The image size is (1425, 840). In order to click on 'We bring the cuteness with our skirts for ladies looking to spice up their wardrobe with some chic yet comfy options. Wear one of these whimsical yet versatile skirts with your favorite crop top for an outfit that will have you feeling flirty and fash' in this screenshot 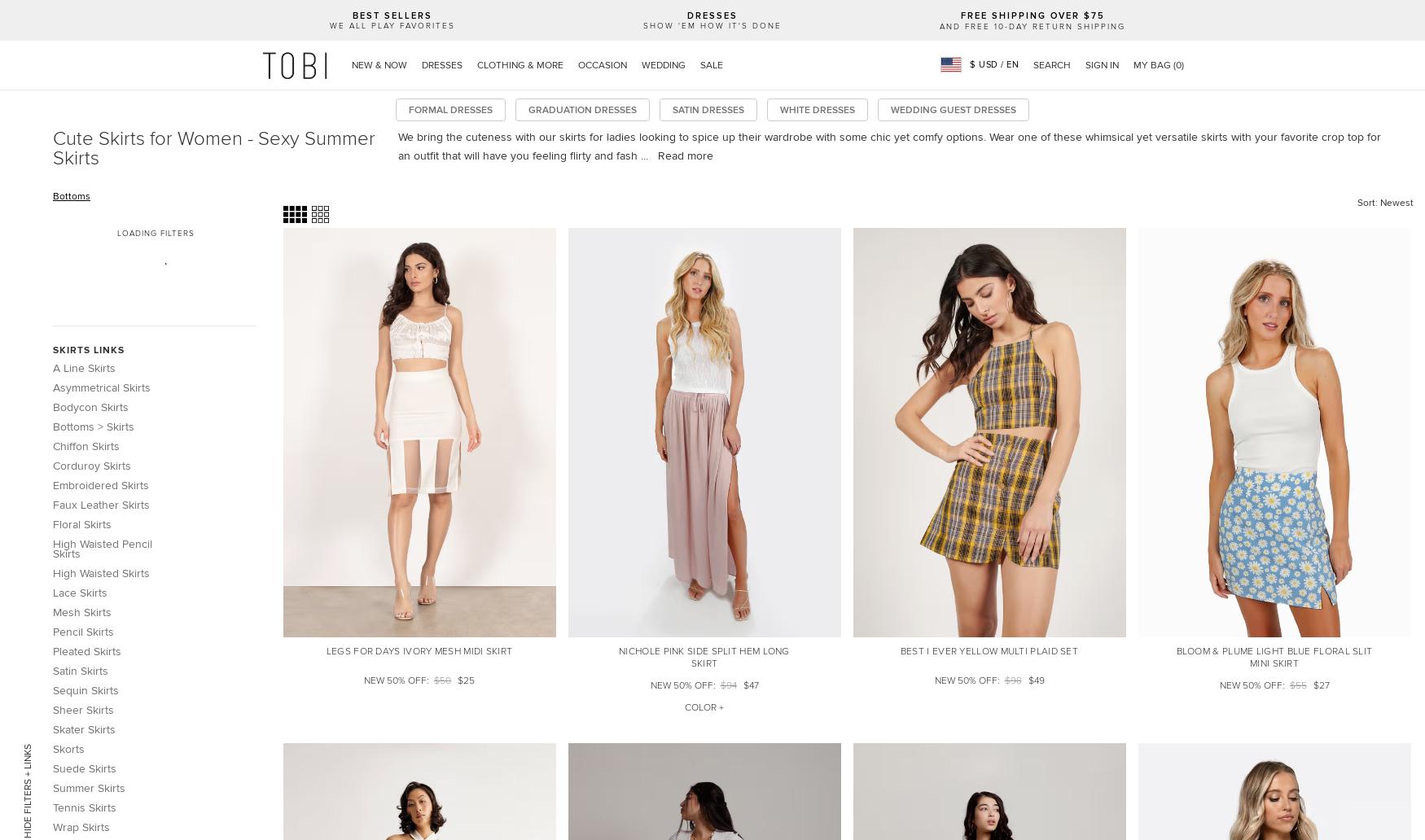, I will do `click(888, 145)`.